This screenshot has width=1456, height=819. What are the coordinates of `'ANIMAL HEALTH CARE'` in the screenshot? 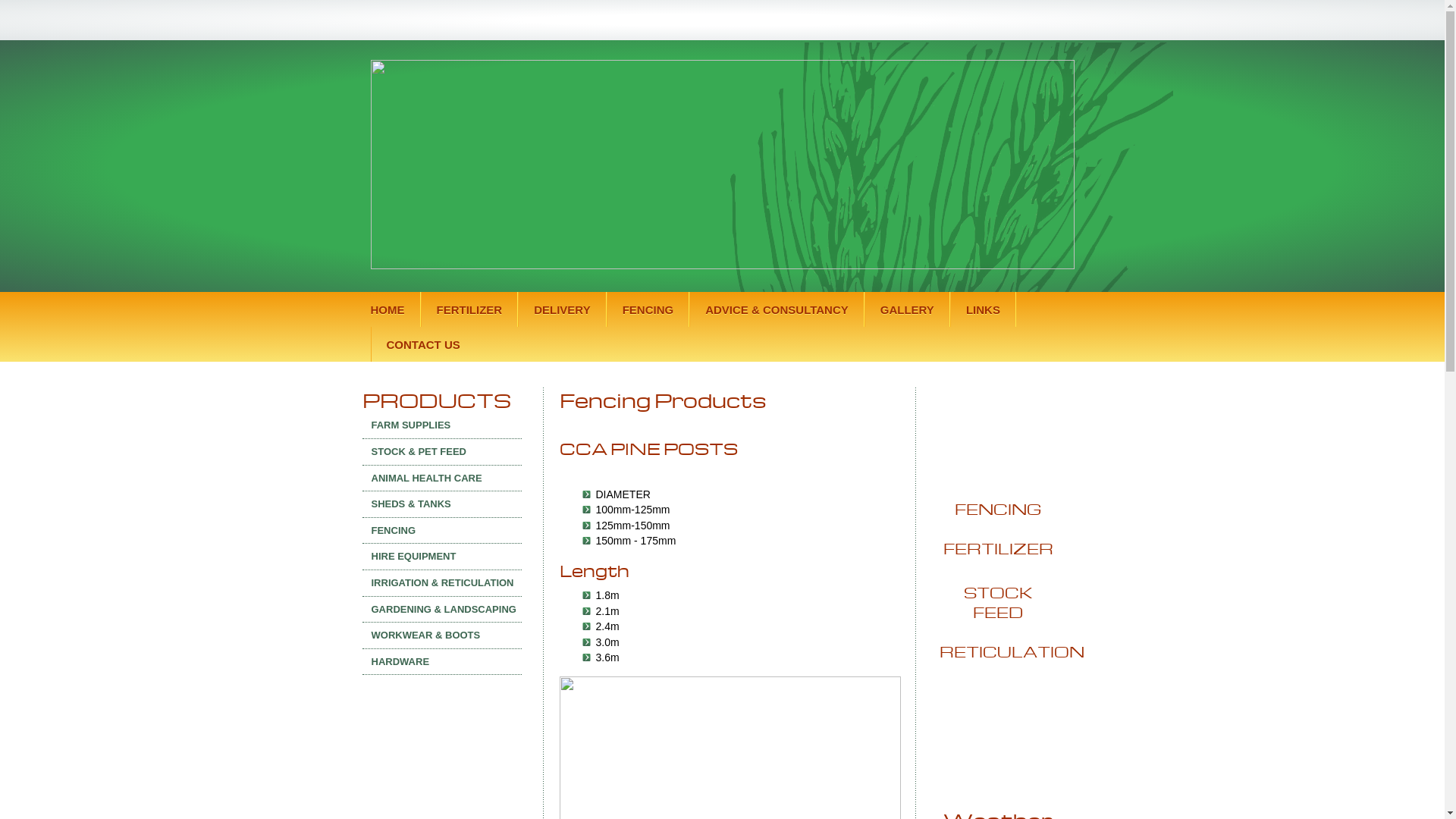 It's located at (362, 479).